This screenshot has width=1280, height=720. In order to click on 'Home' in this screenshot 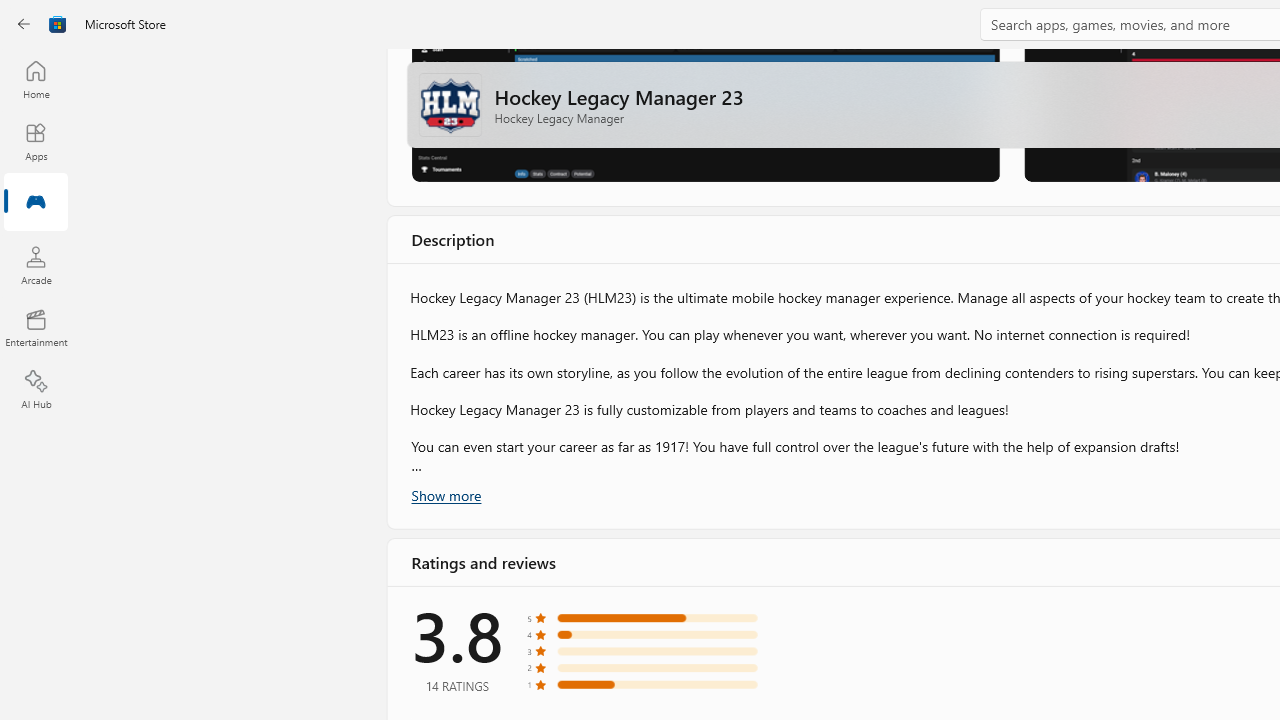, I will do `click(35, 78)`.